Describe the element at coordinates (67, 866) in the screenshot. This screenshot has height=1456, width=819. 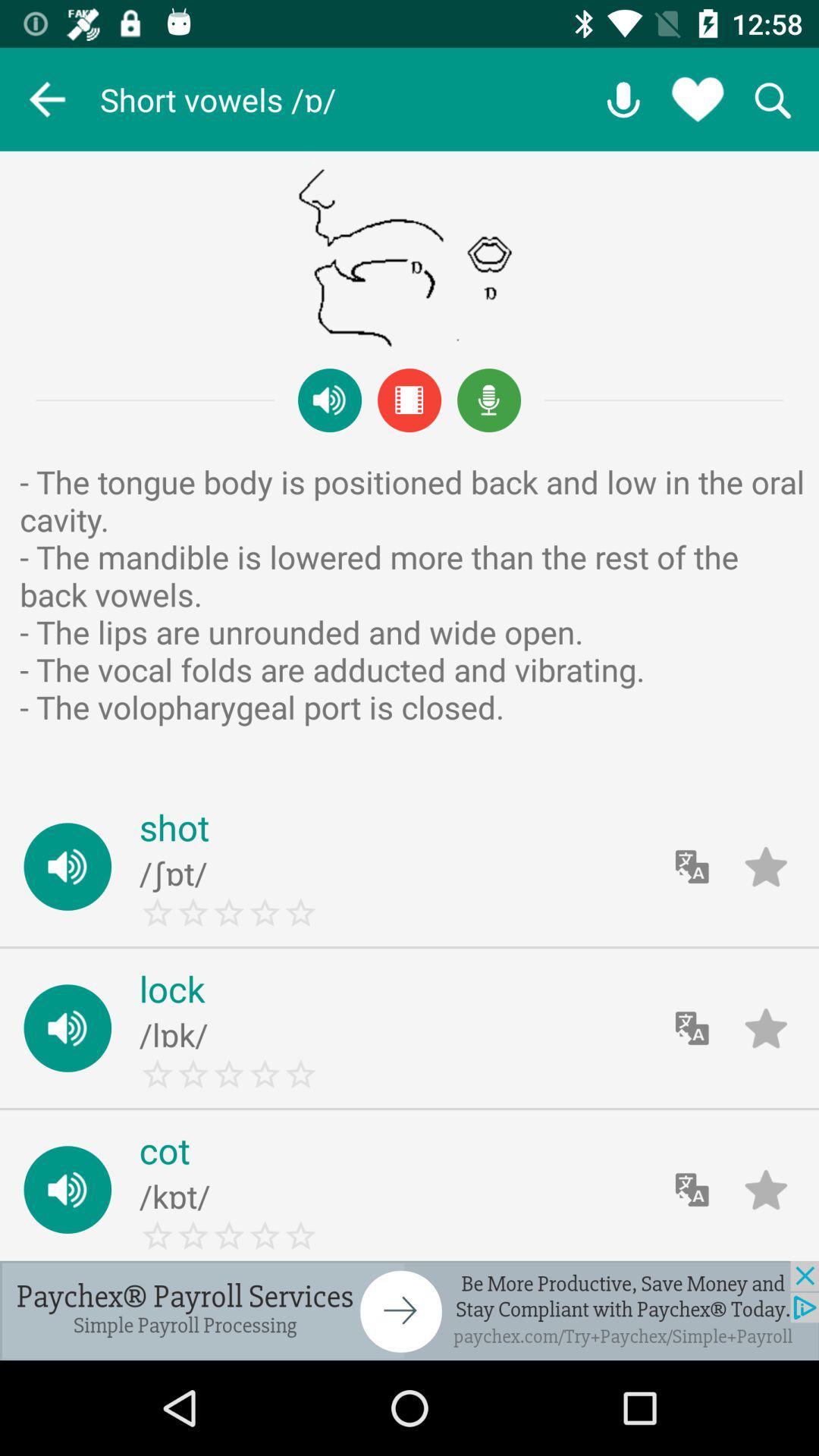
I see `the sound icon beside shot to listen the pronunciation` at that location.